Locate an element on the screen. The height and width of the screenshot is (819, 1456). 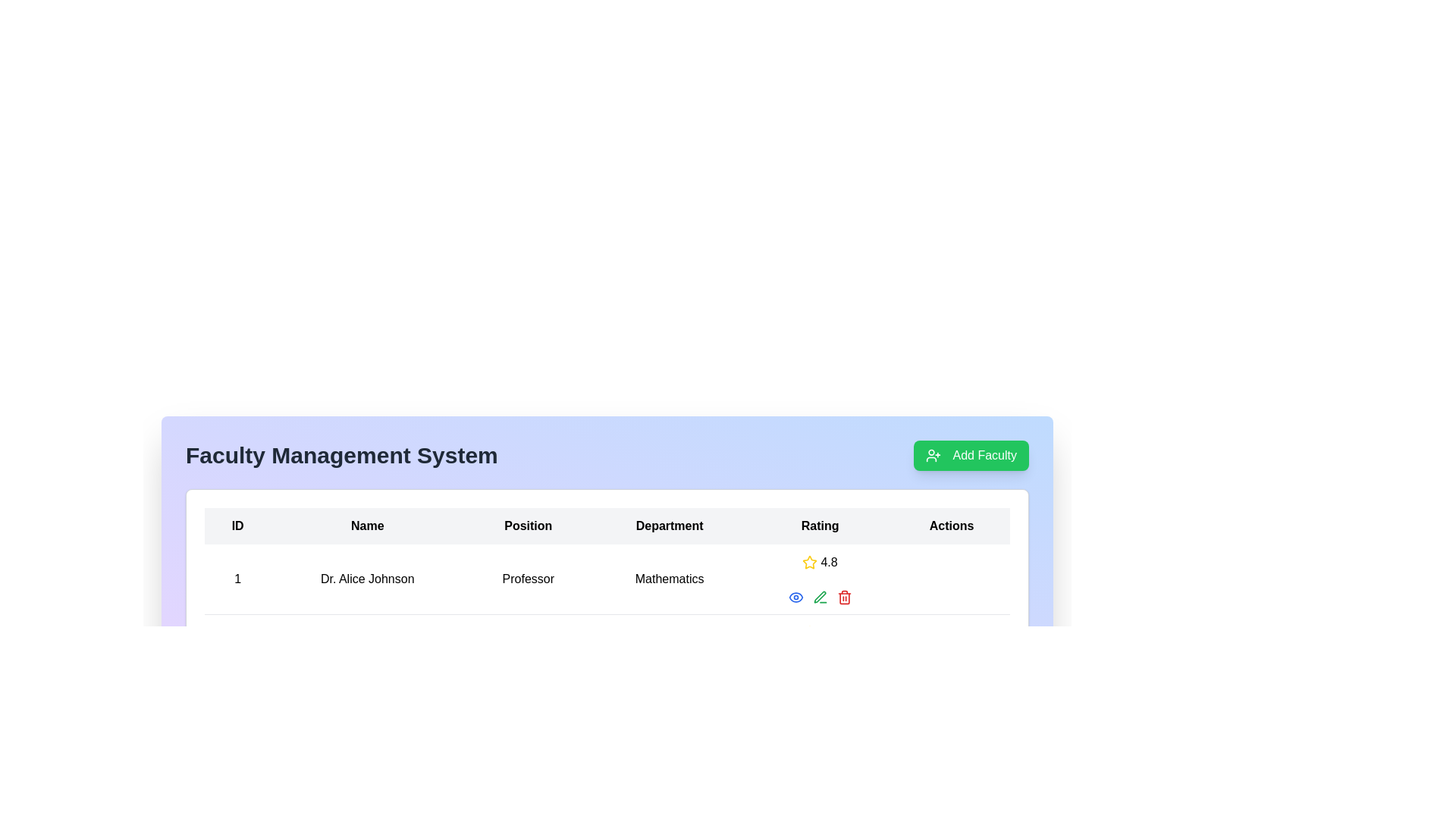
the delete IconButton located in the 'Actions' column of the first row of the data table to initiate a delete action is located at coordinates (843, 598).